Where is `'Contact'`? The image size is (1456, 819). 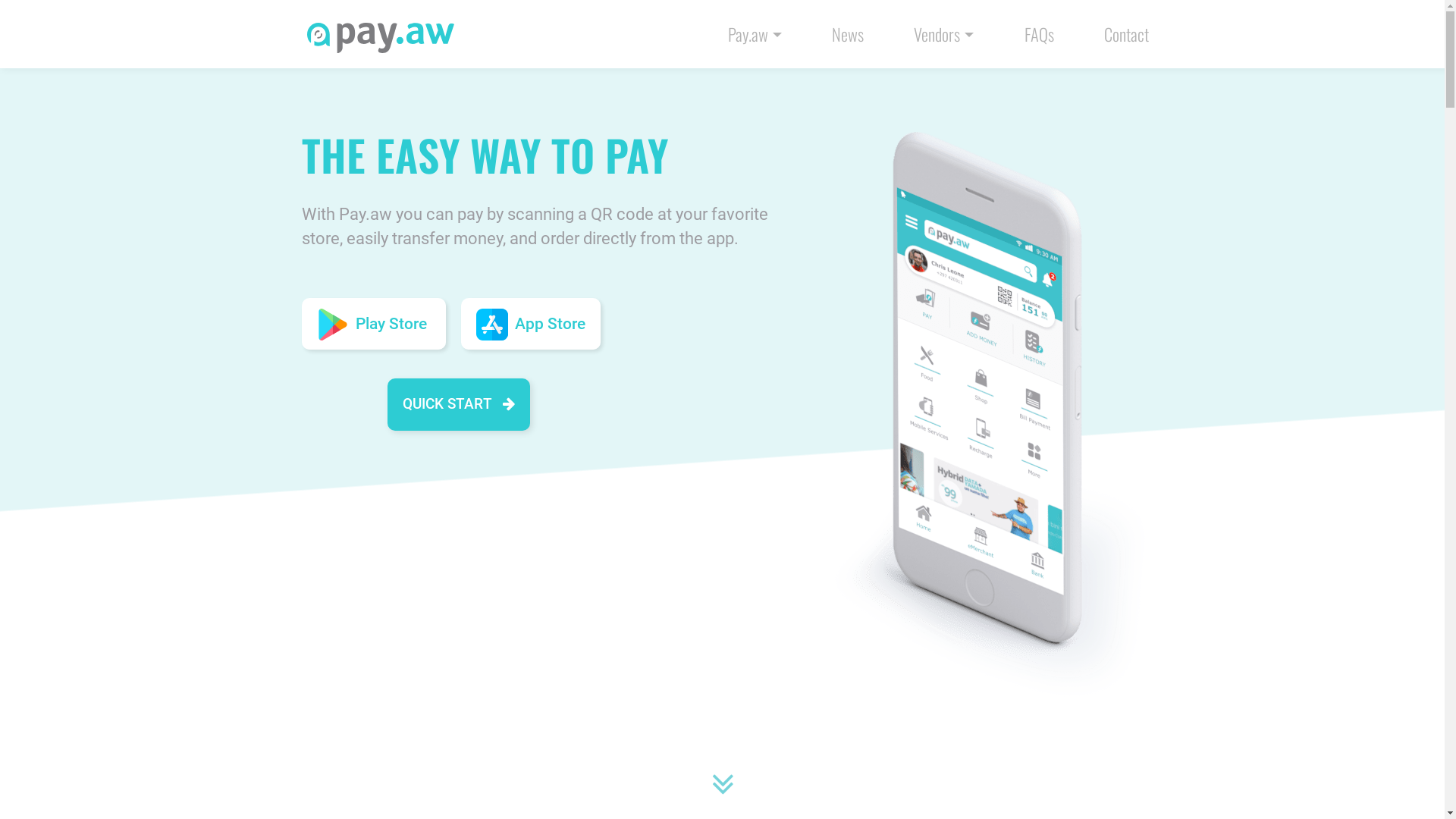 'Contact' is located at coordinates (1126, 33).